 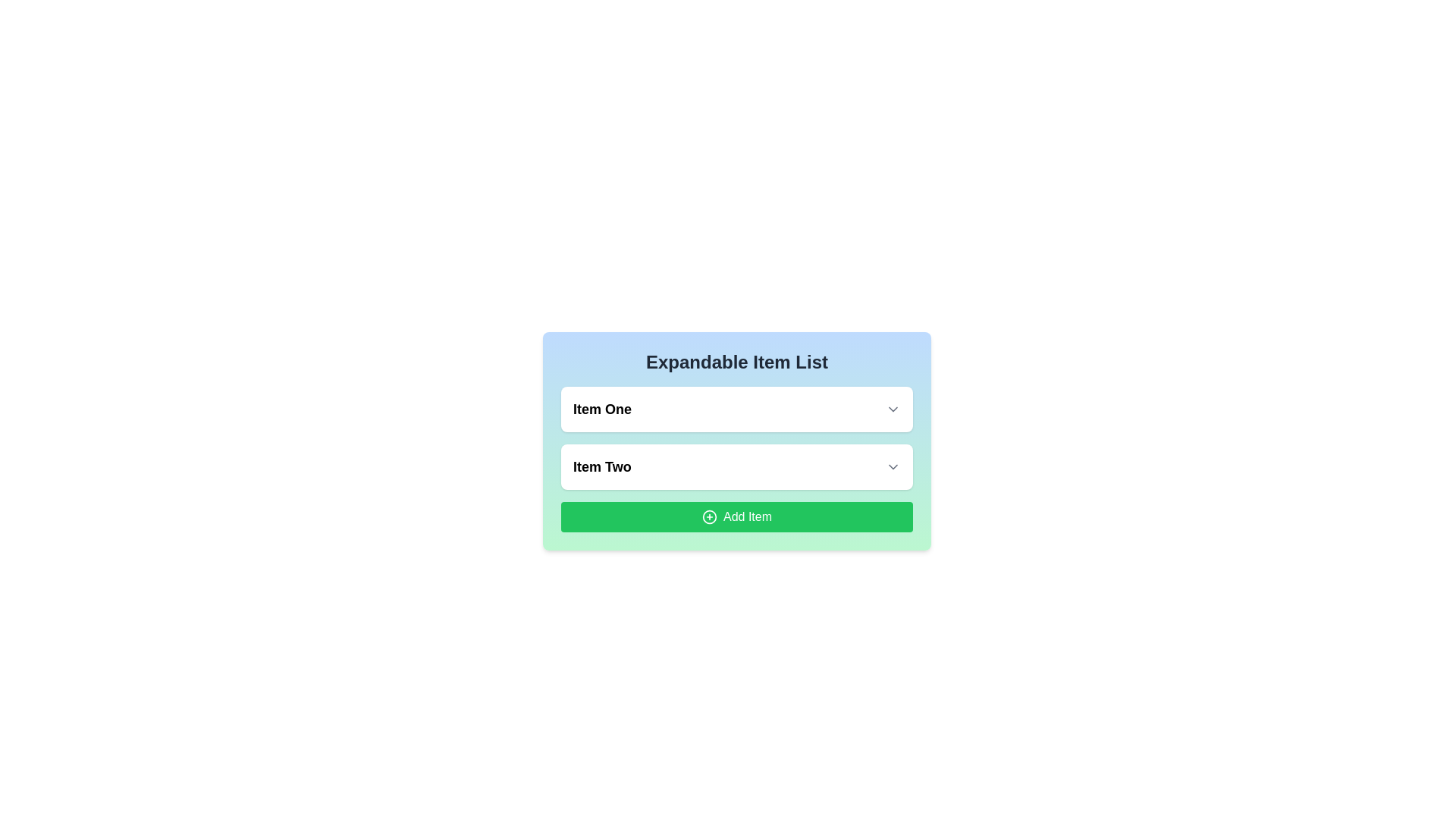 What do you see at coordinates (736, 409) in the screenshot?
I see `the Dropdown list item labeled 'Item One'` at bounding box center [736, 409].